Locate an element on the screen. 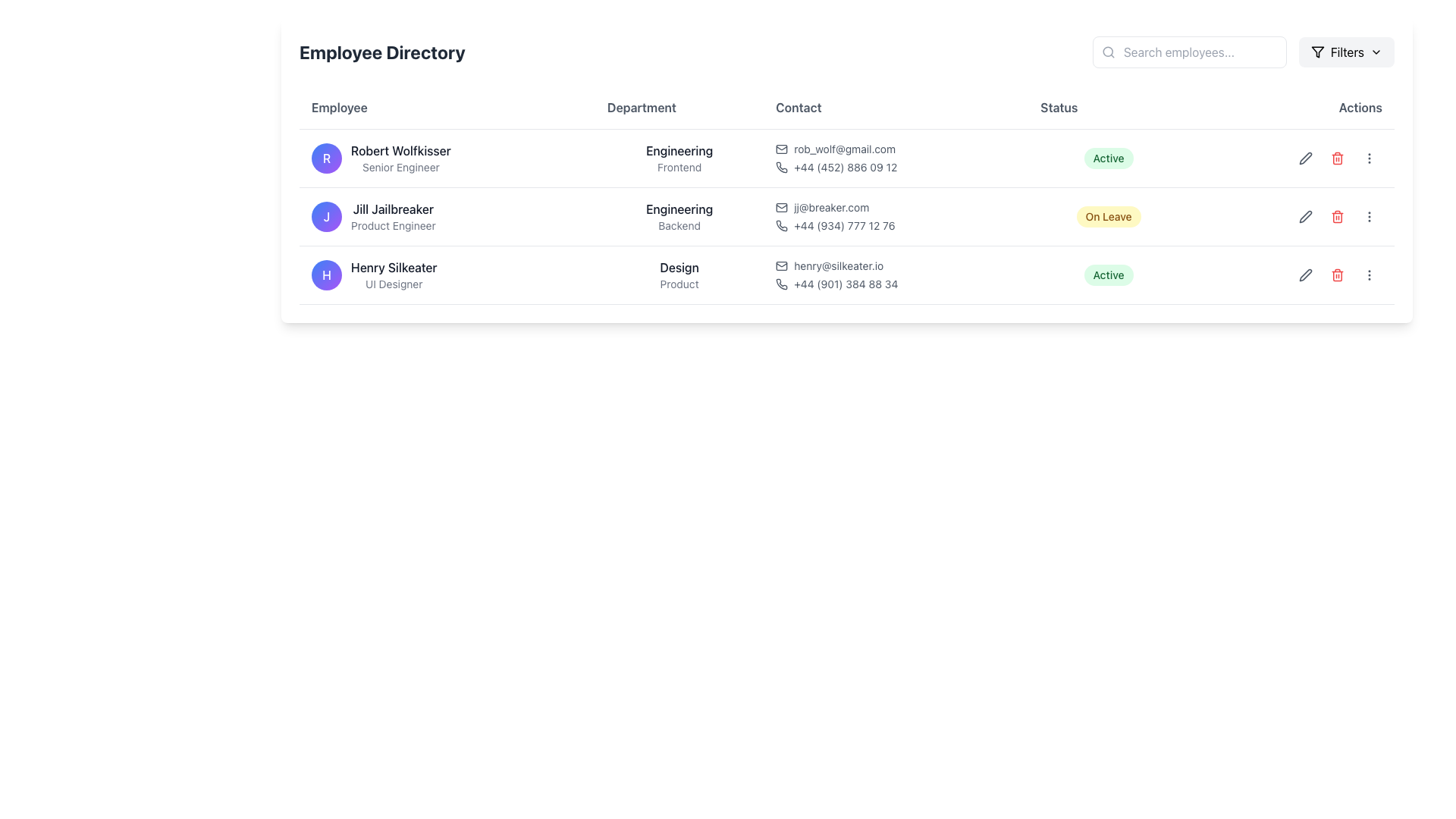 The image size is (1456, 819). the third row of the 'Employee Directory' table is located at coordinates (846, 275).